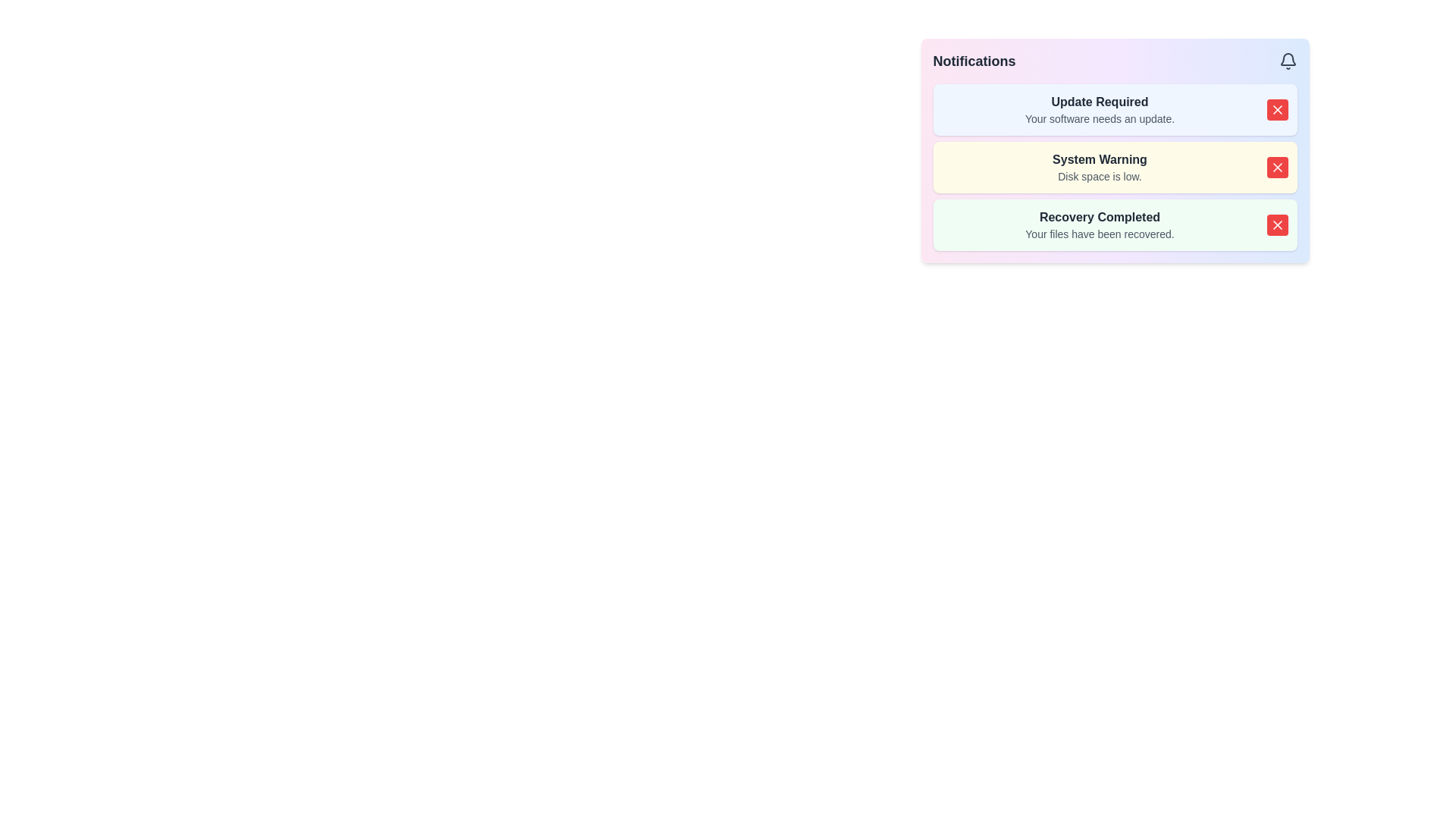 Image resolution: width=1456 pixels, height=819 pixels. Describe the element at coordinates (1276, 109) in the screenshot. I see `the close button in the top-right corner of the 'Update Required' notification` at that location.